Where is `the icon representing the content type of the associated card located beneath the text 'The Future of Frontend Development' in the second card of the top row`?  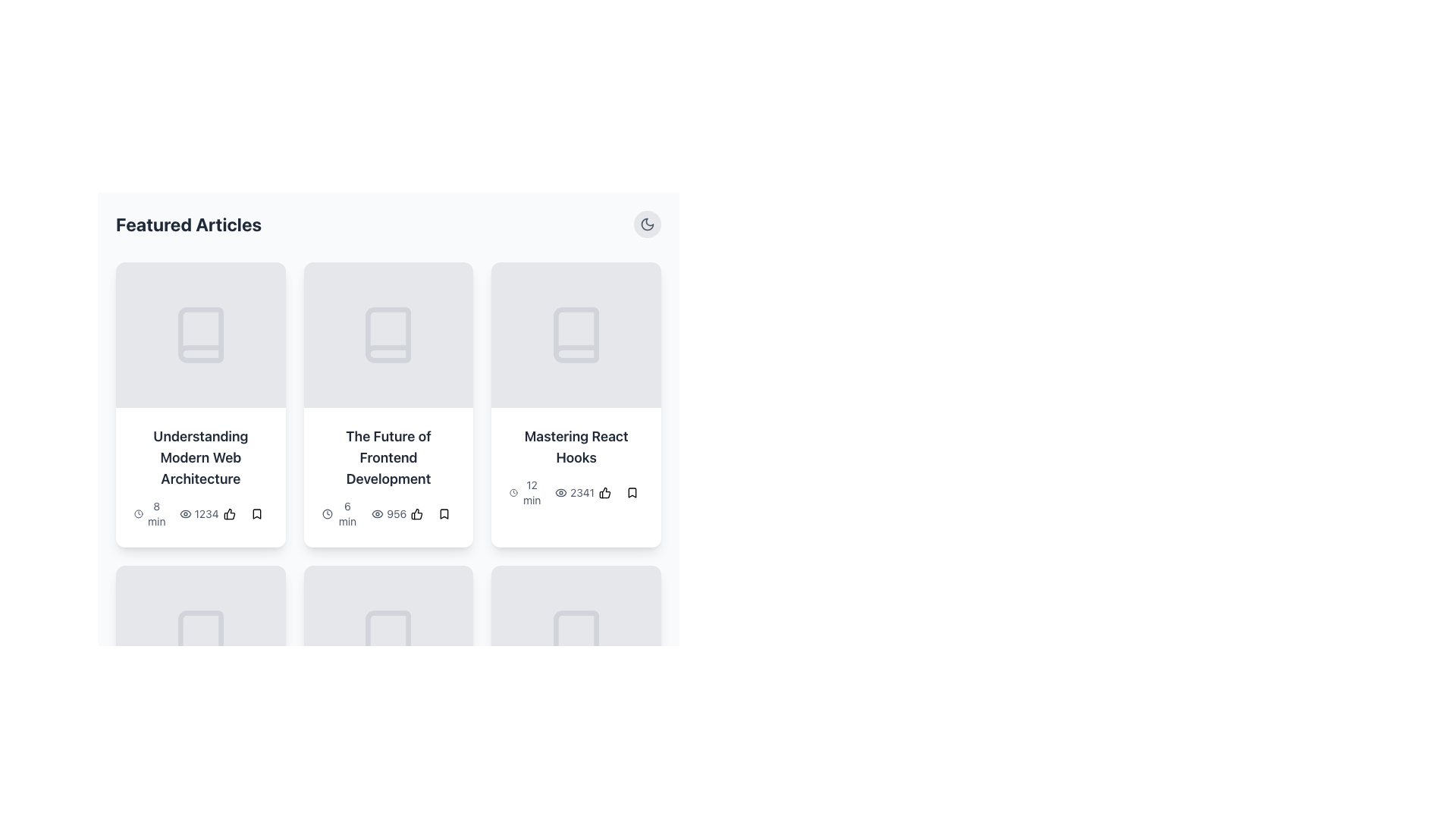
the icon representing the content type of the associated card located beneath the text 'The Future of Frontend Development' in the second card of the top row is located at coordinates (388, 334).